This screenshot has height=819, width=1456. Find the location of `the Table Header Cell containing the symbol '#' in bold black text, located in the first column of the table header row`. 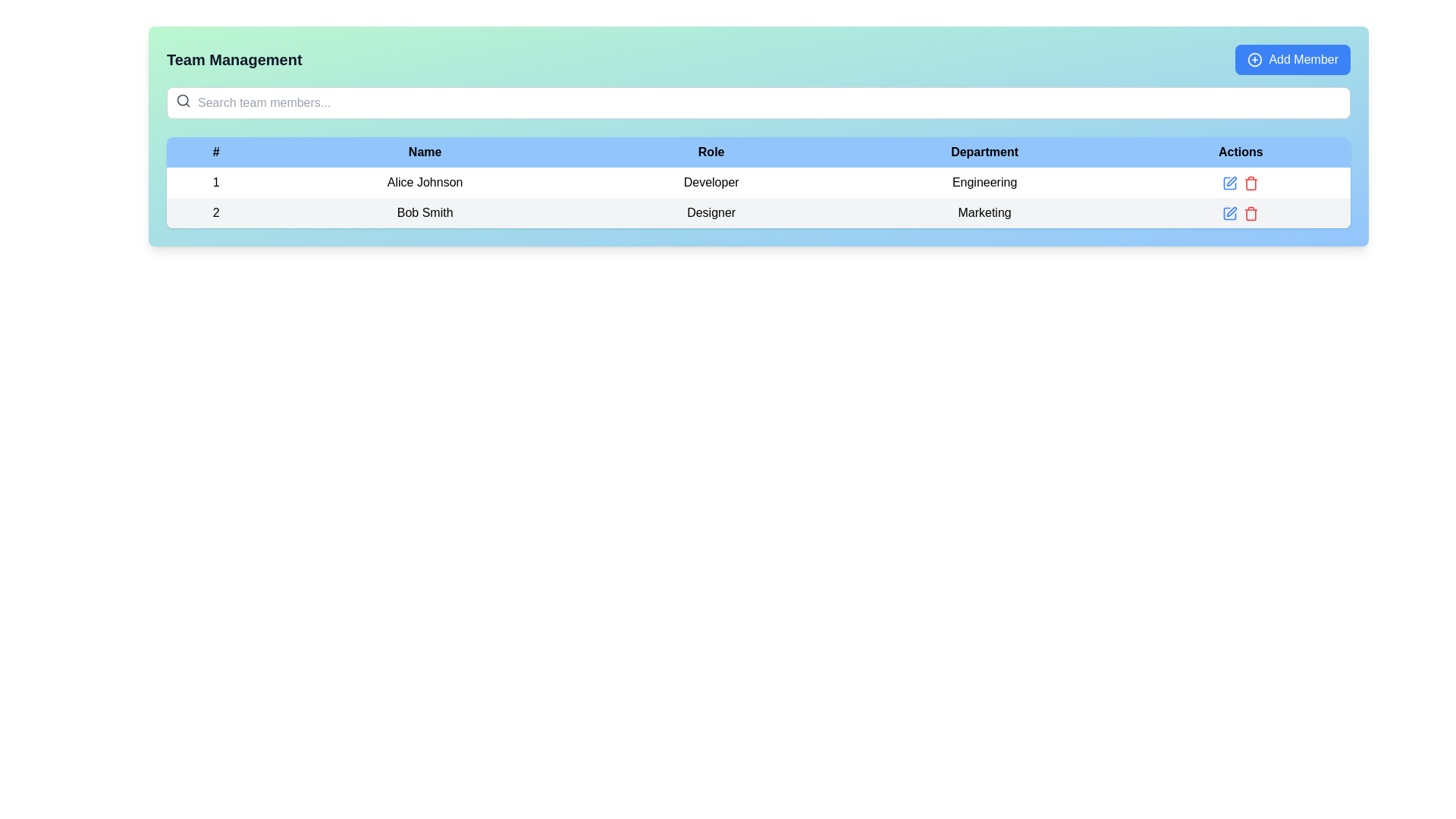

the Table Header Cell containing the symbol '#' in bold black text, located in the first column of the table header row is located at coordinates (215, 152).